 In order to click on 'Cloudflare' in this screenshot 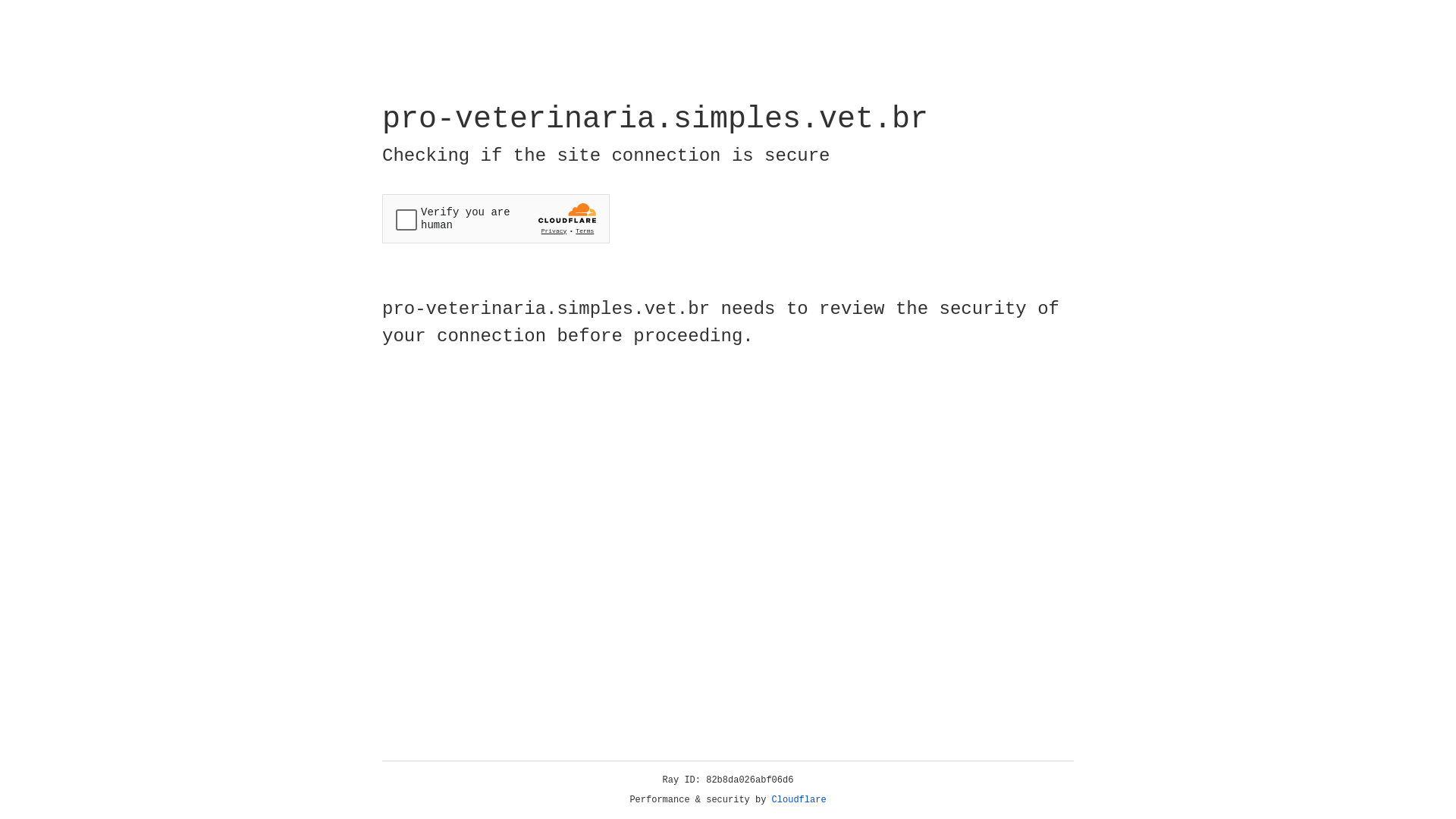, I will do `click(799, 799)`.